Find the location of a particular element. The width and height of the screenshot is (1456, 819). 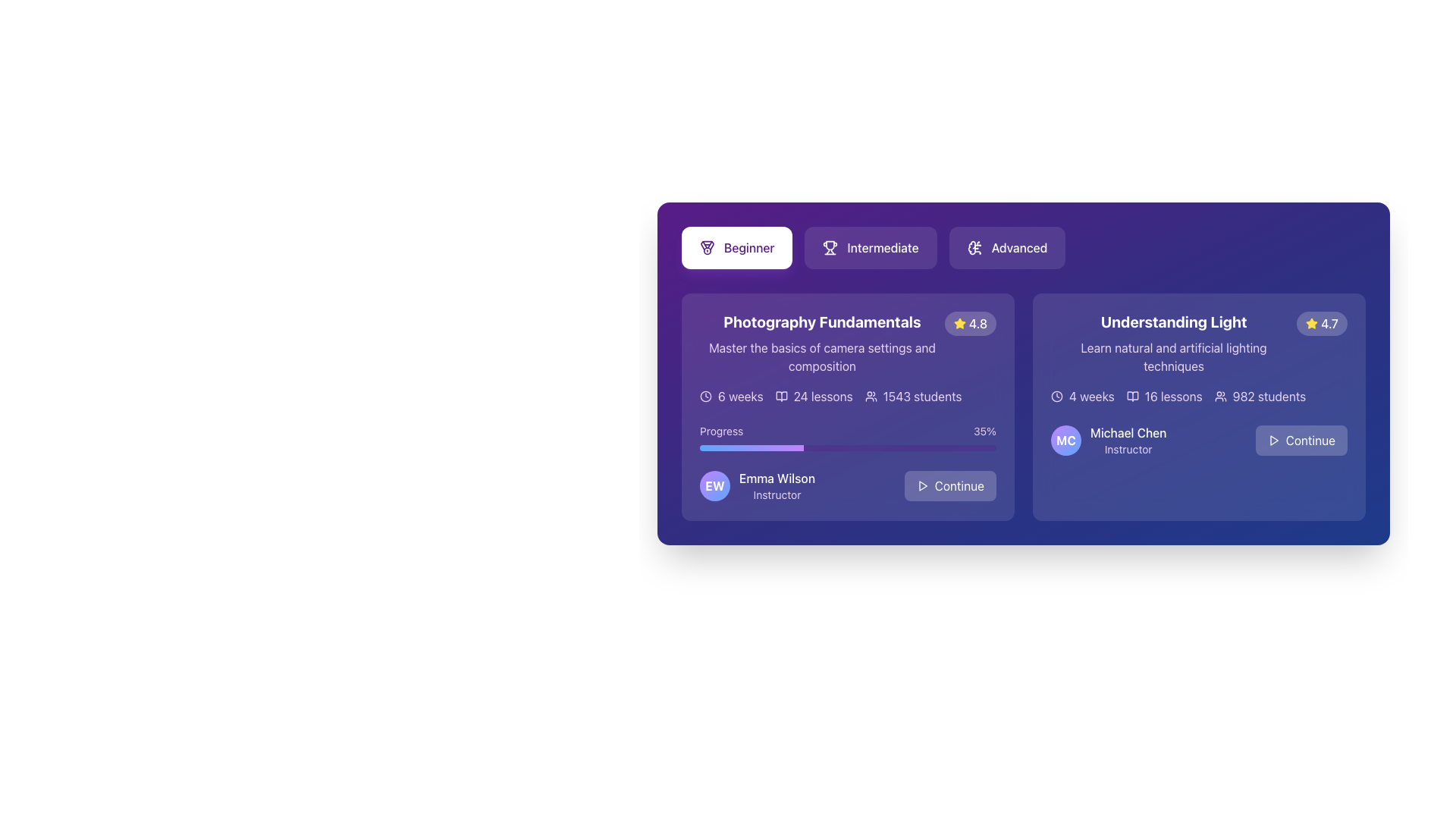

the triangular play button icon, which is styled with a simple outline and contained within a circular boundary is located at coordinates (1274, 441).